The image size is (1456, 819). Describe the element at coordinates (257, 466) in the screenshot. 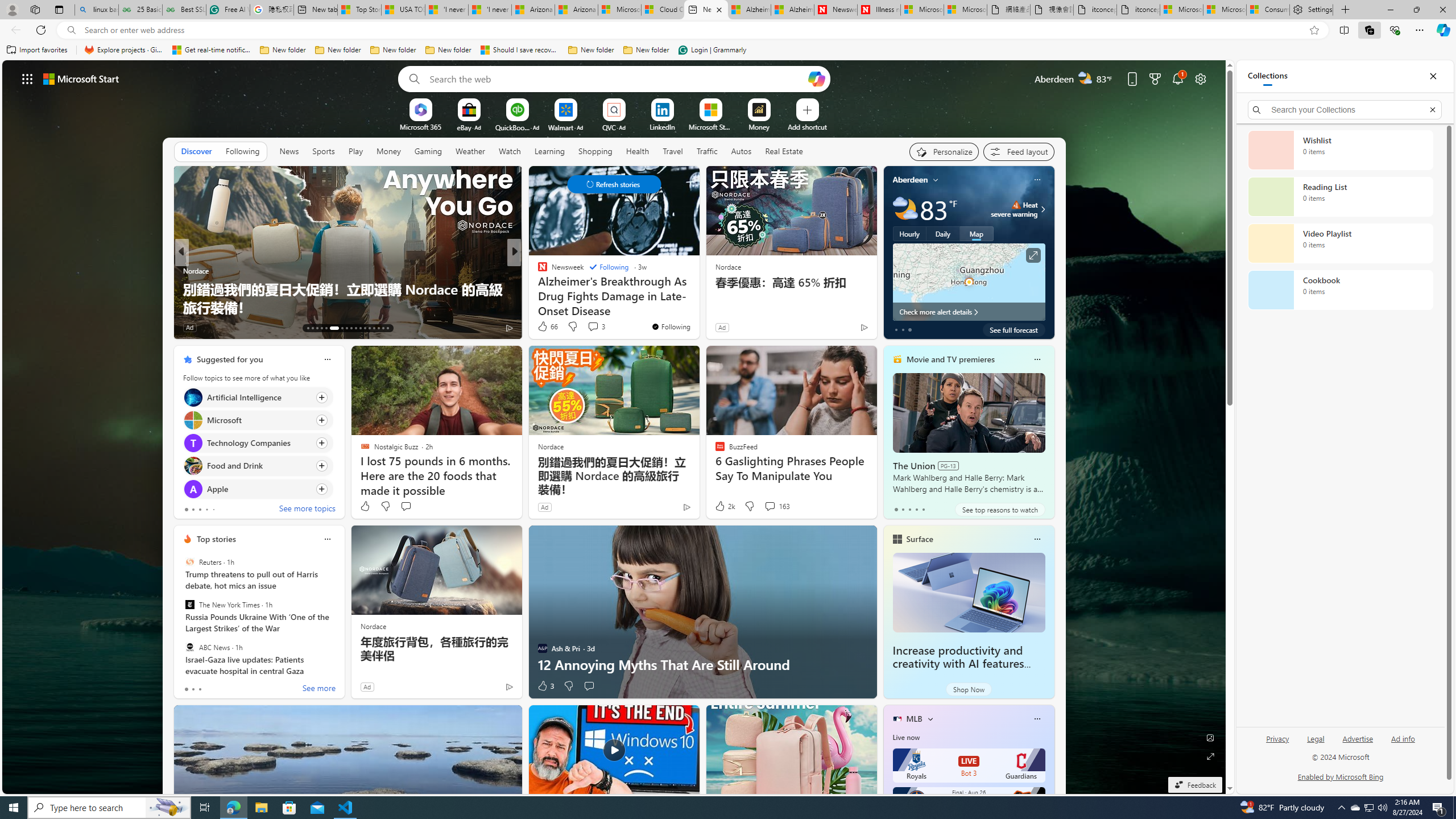

I see `'Click to follow topic Food and Drink'` at that location.